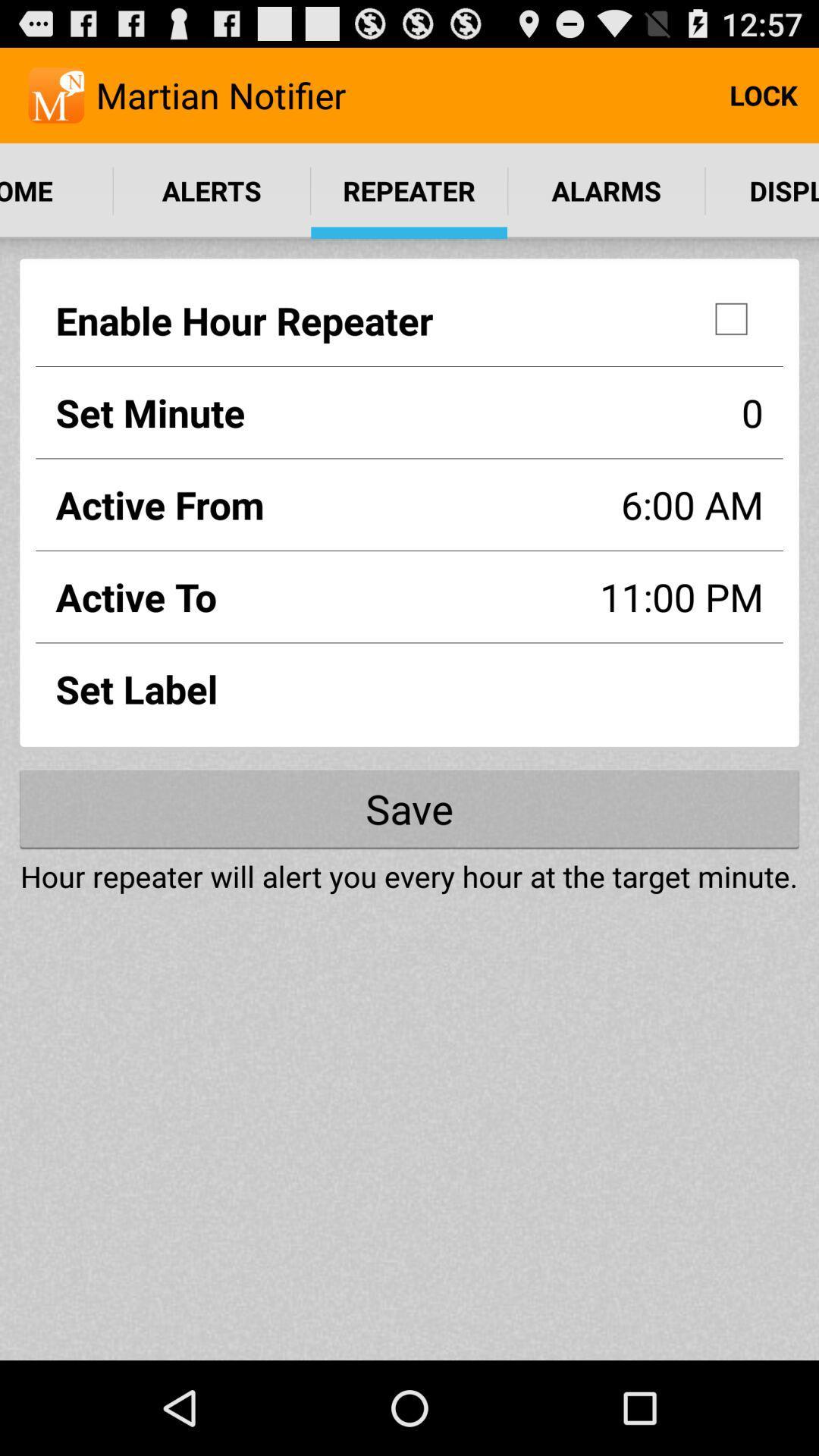  What do you see at coordinates (763, 94) in the screenshot?
I see `icon next to the martian notifier item` at bounding box center [763, 94].